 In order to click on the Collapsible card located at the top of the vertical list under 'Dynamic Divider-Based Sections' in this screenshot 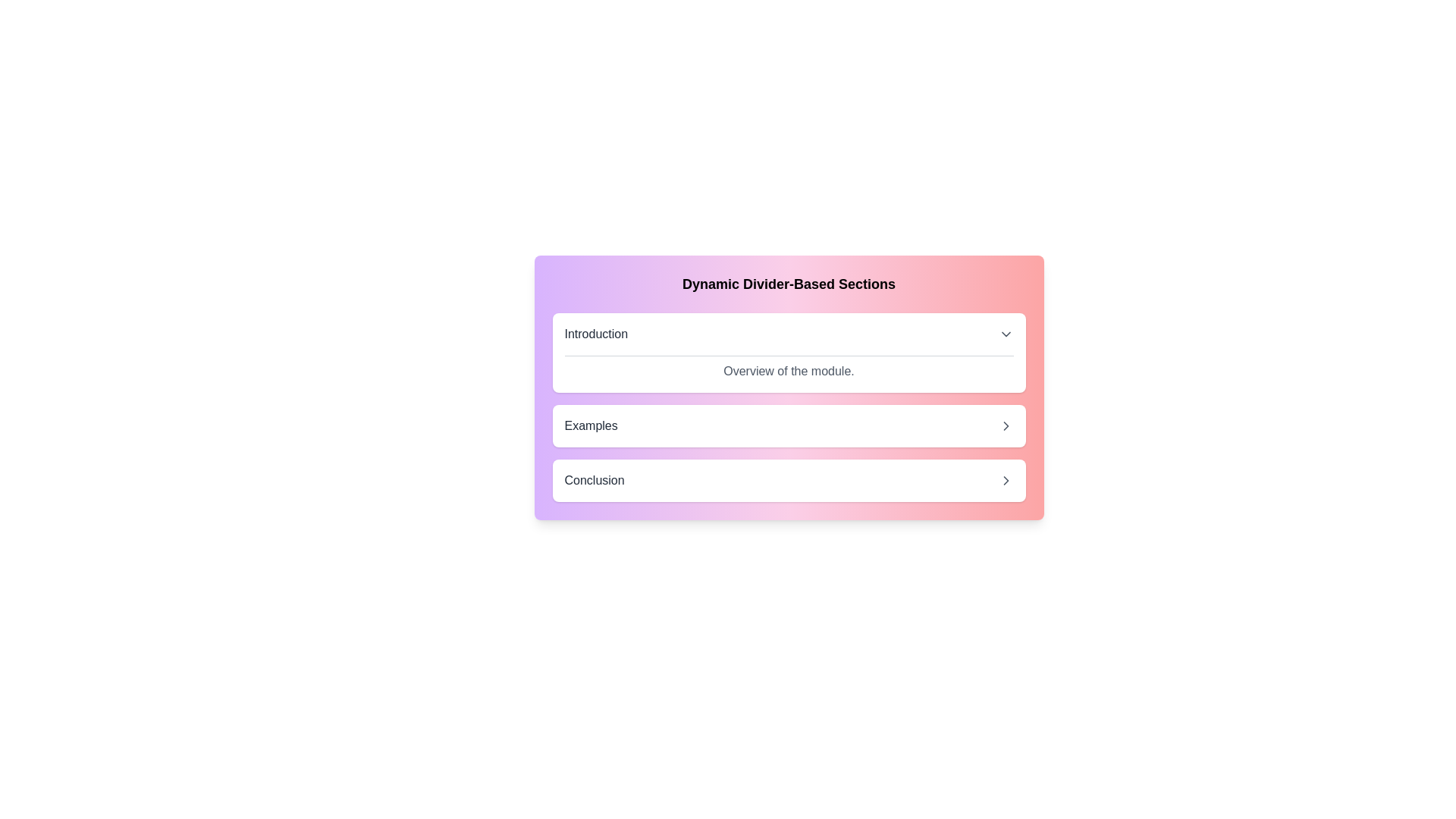, I will do `click(789, 353)`.